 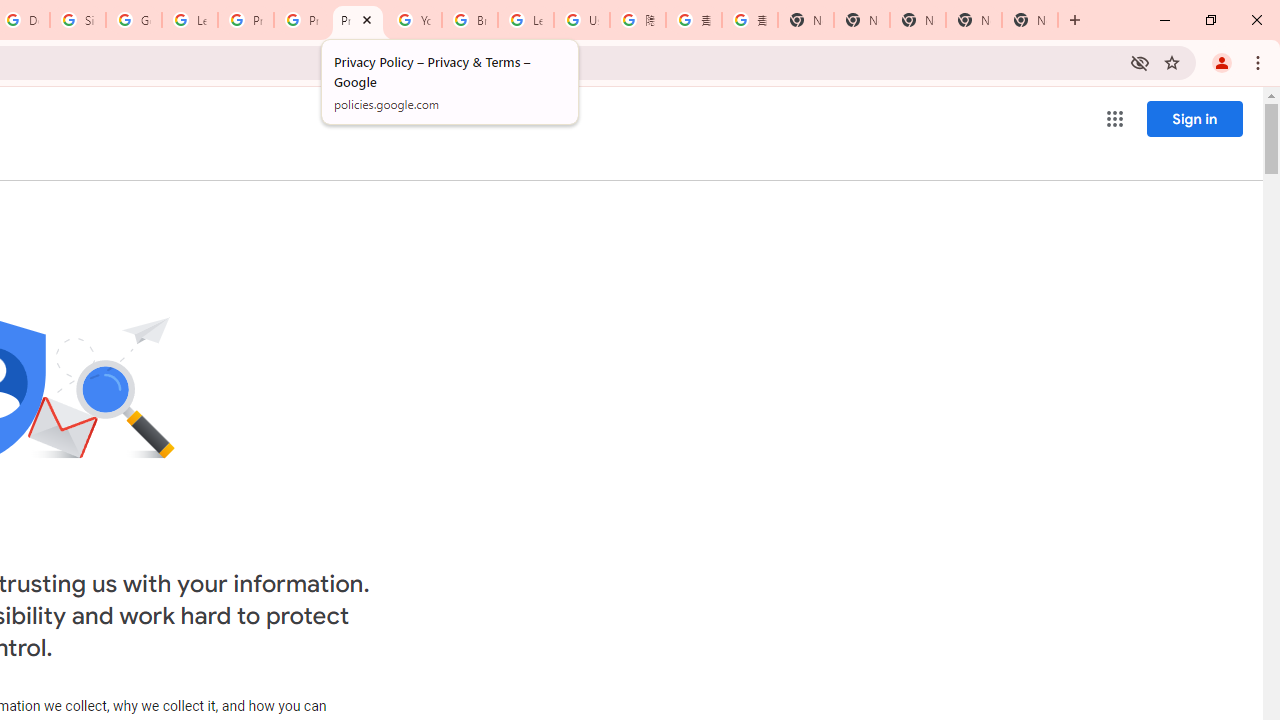 What do you see at coordinates (1113, 119) in the screenshot?
I see `'Google apps'` at bounding box center [1113, 119].